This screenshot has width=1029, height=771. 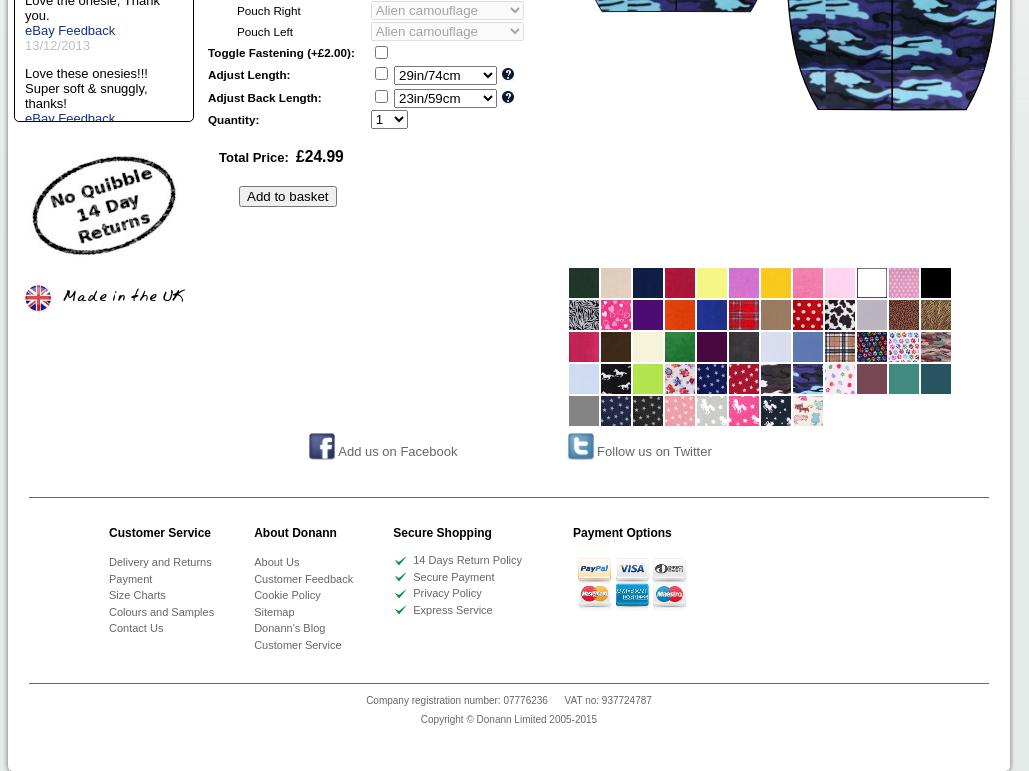 What do you see at coordinates (654, 450) in the screenshot?
I see `'Follow us on Twitter'` at bounding box center [654, 450].